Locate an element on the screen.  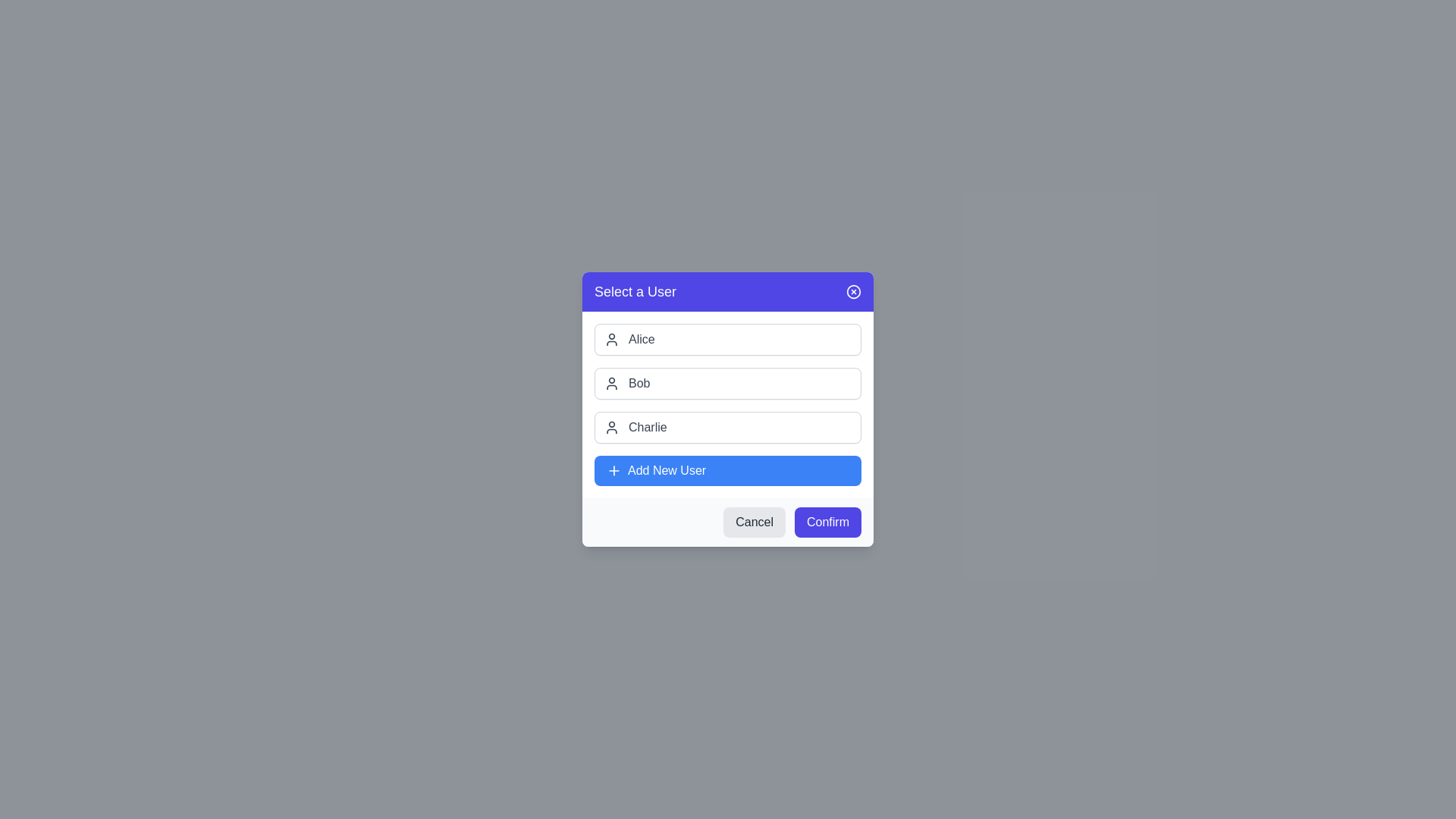
the plus sign icon with a blue background located at the center-left of the 'Add New User' button is located at coordinates (614, 470).